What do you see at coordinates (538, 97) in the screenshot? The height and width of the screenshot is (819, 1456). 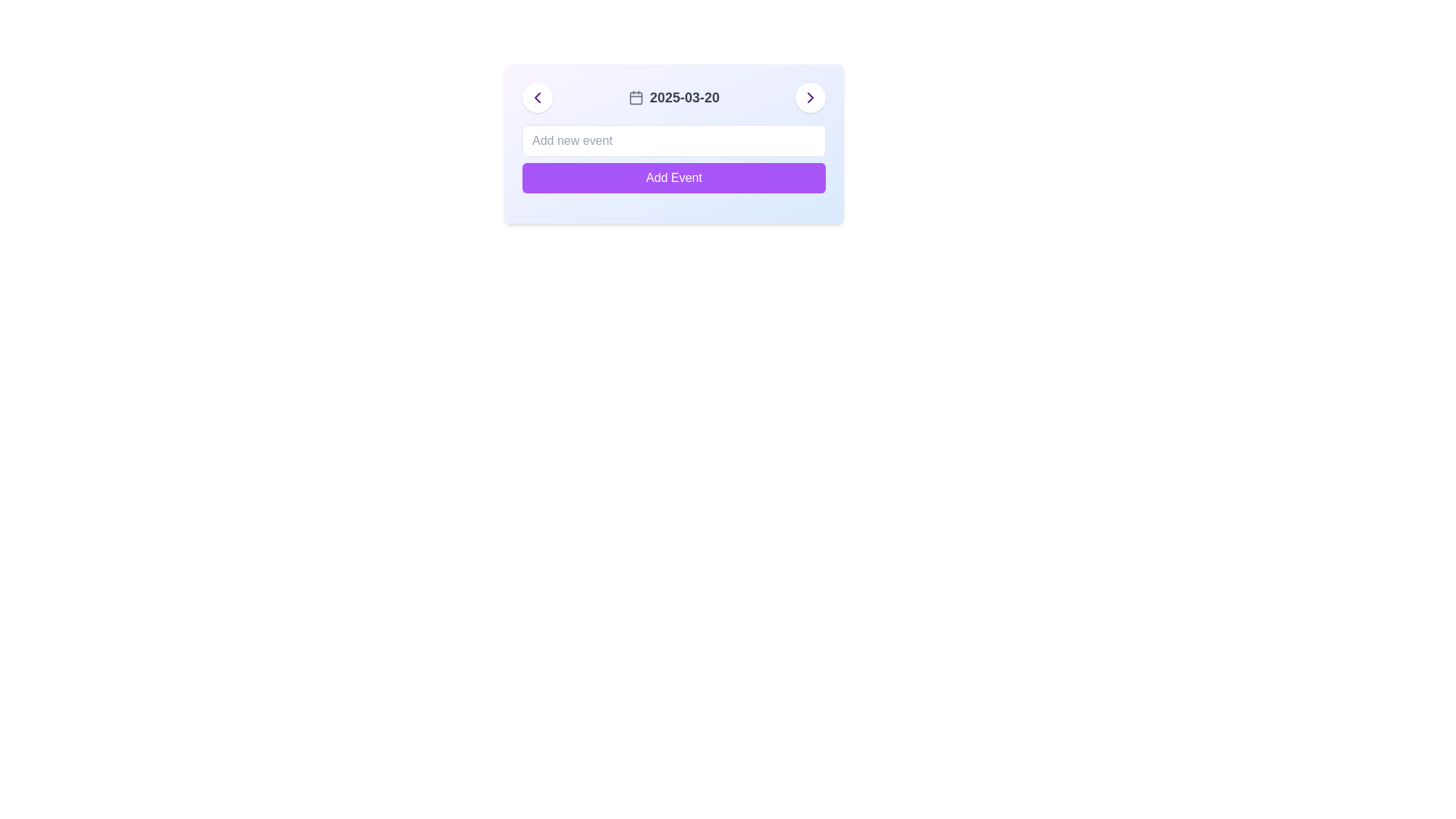 I see `the leftward chevron icon located on the left side of the header area, adjacent to the date '2025-03-20'` at bounding box center [538, 97].